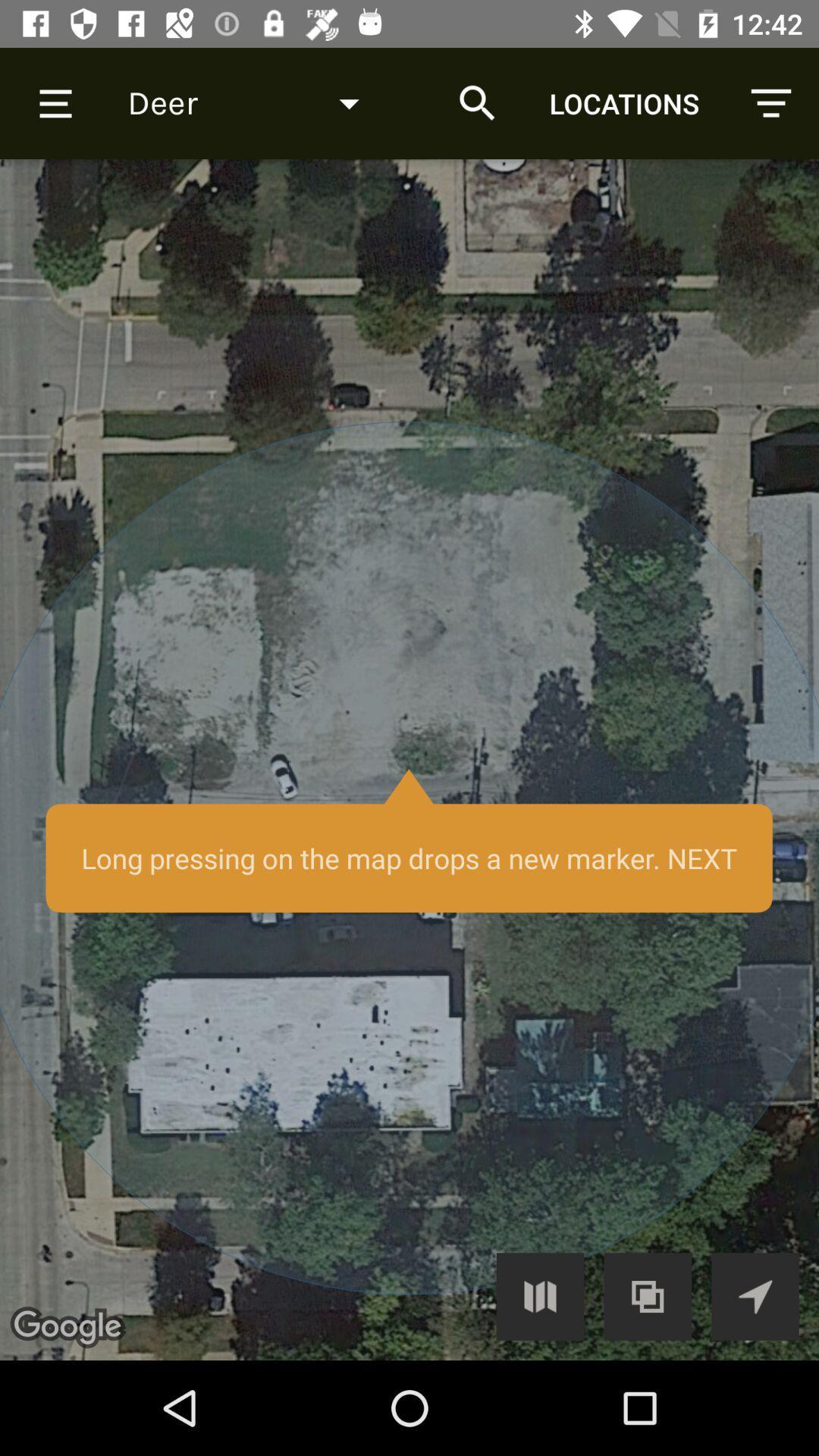 The image size is (819, 1456). Describe the element at coordinates (409, 760) in the screenshot. I see `press for location` at that location.